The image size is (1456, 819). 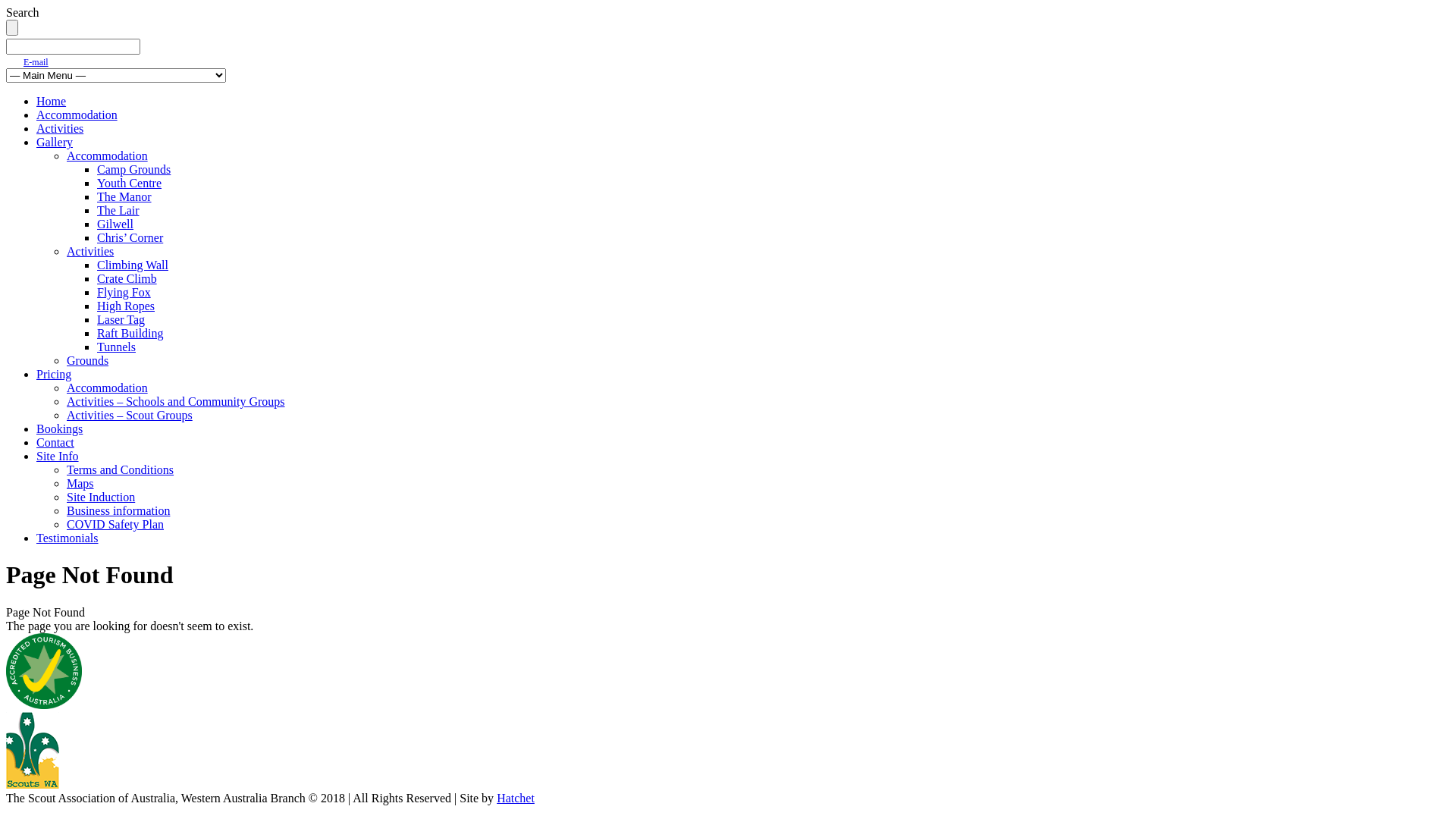 What do you see at coordinates (118, 510) in the screenshot?
I see `'Business information'` at bounding box center [118, 510].